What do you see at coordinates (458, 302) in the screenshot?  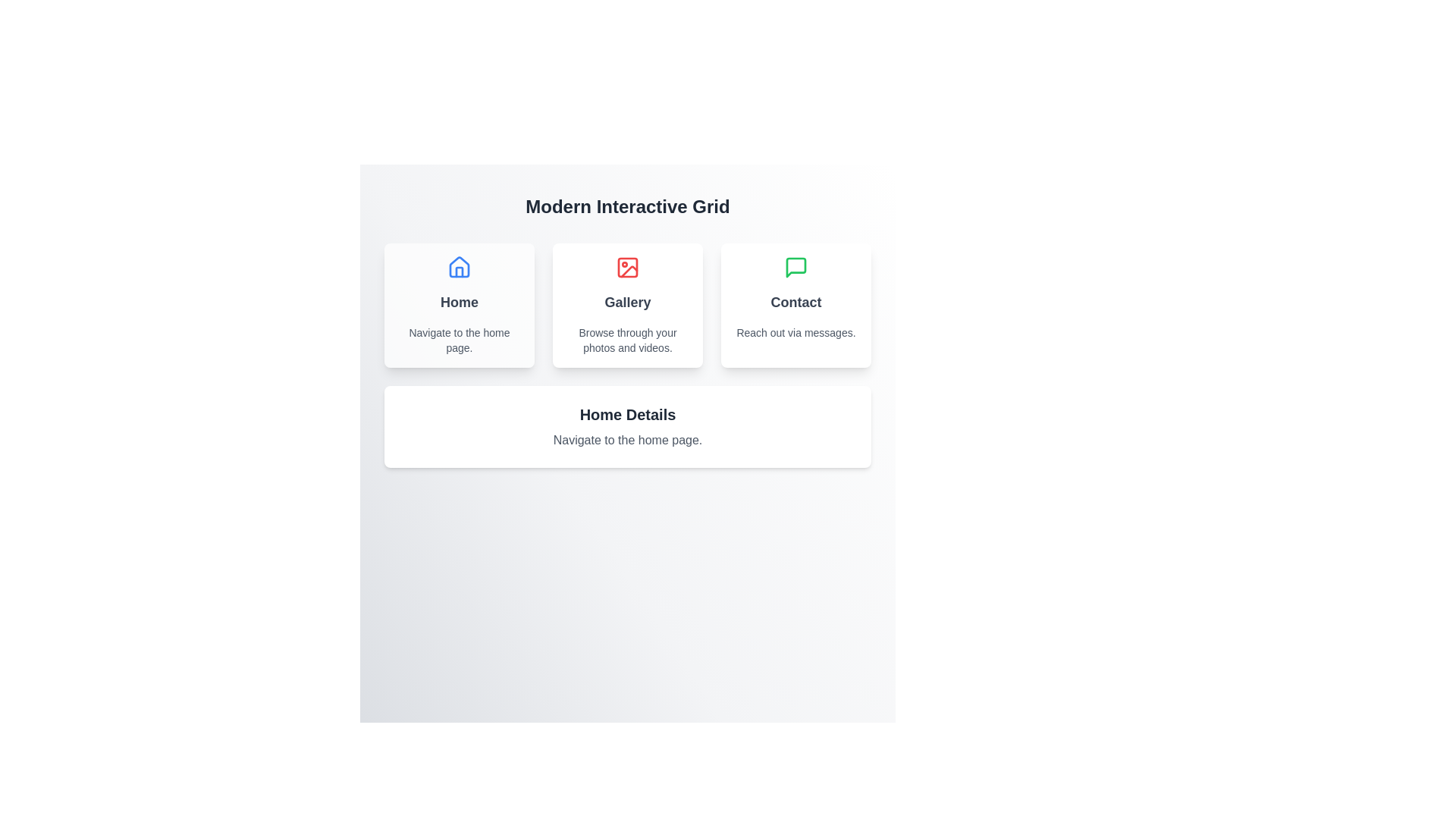 I see `text content of the label indicating the 'Home' button located in the top-left corner of the grid layout card` at bounding box center [458, 302].